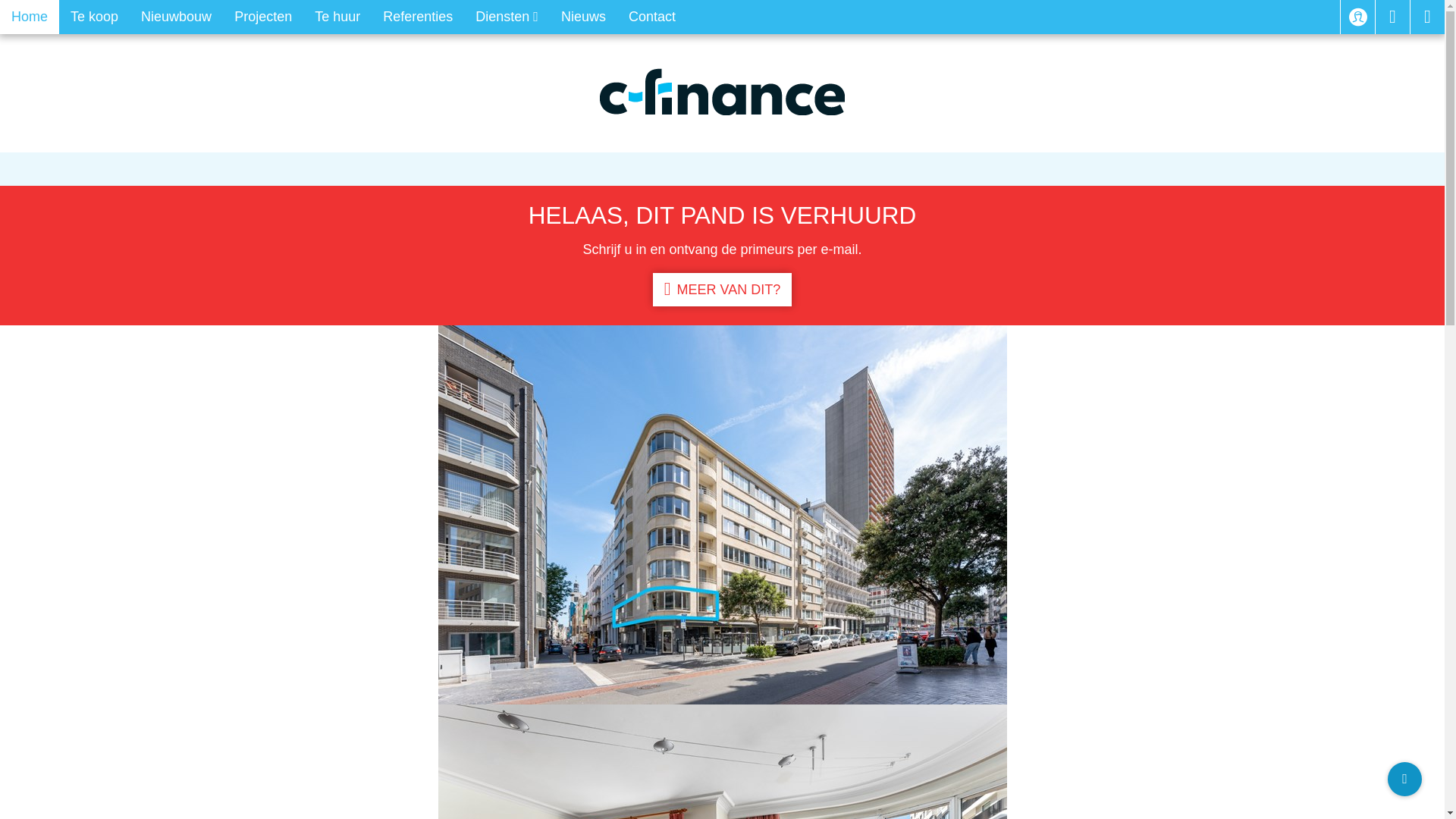  I want to click on 'Contact', so click(651, 17).